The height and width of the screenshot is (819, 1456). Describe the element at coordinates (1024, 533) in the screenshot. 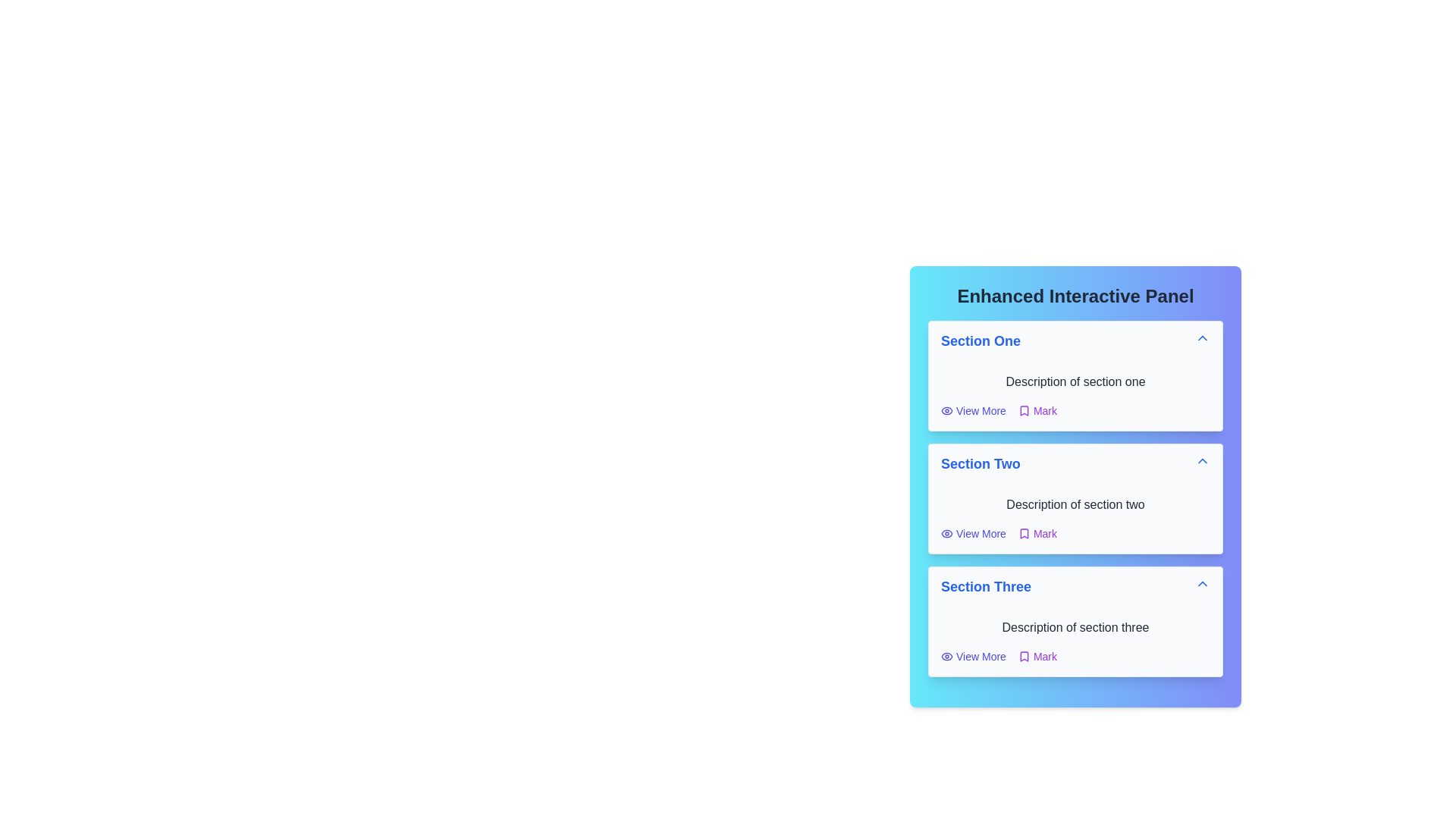

I see `the bookmark icon located in 'Section Two' at the bottom right corner of the collapsible sections` at that location.